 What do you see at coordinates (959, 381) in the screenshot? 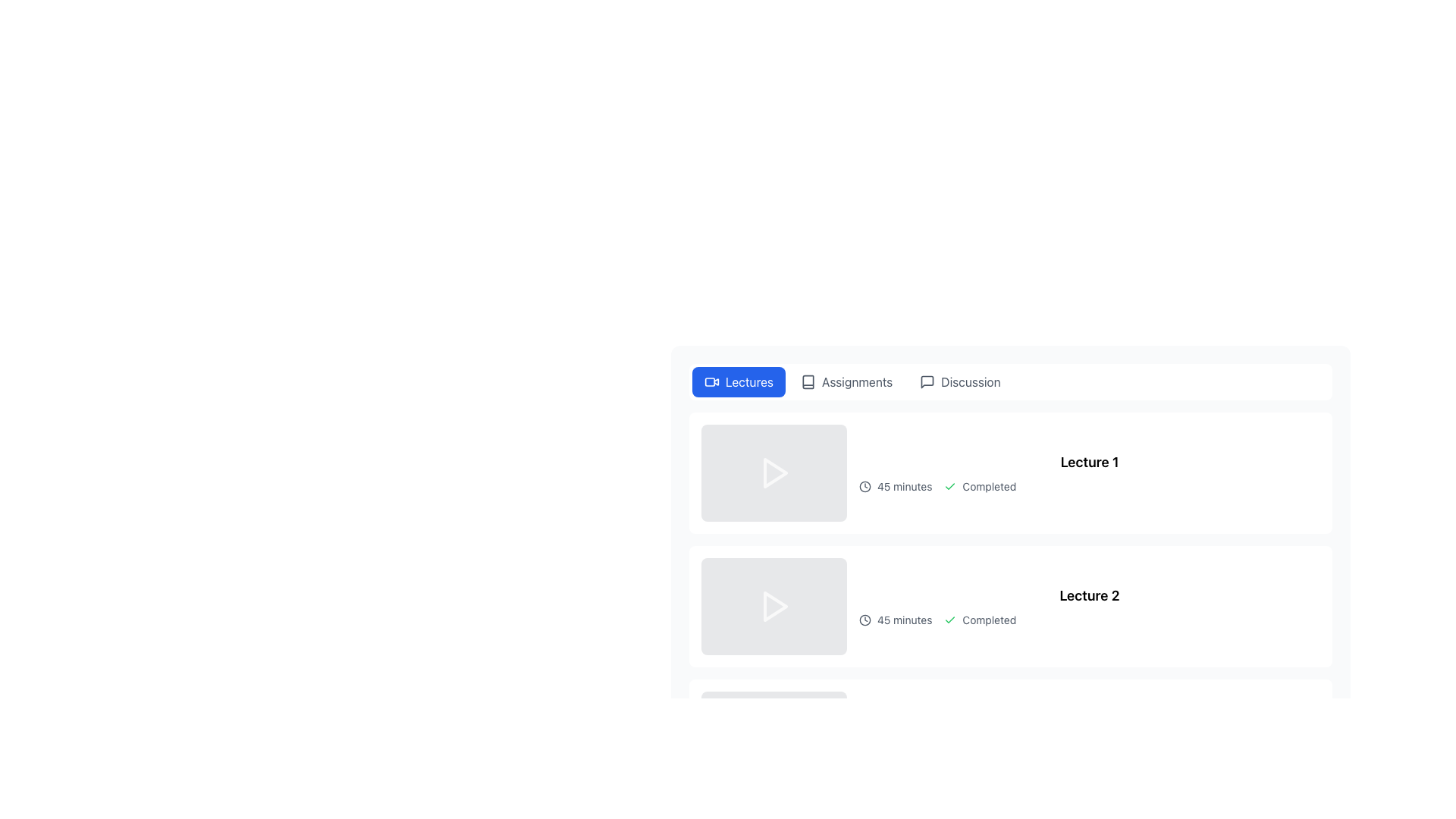
I see `the 'Discussion' button located in the horizontal navigation row` at bounding box center [959, 381].